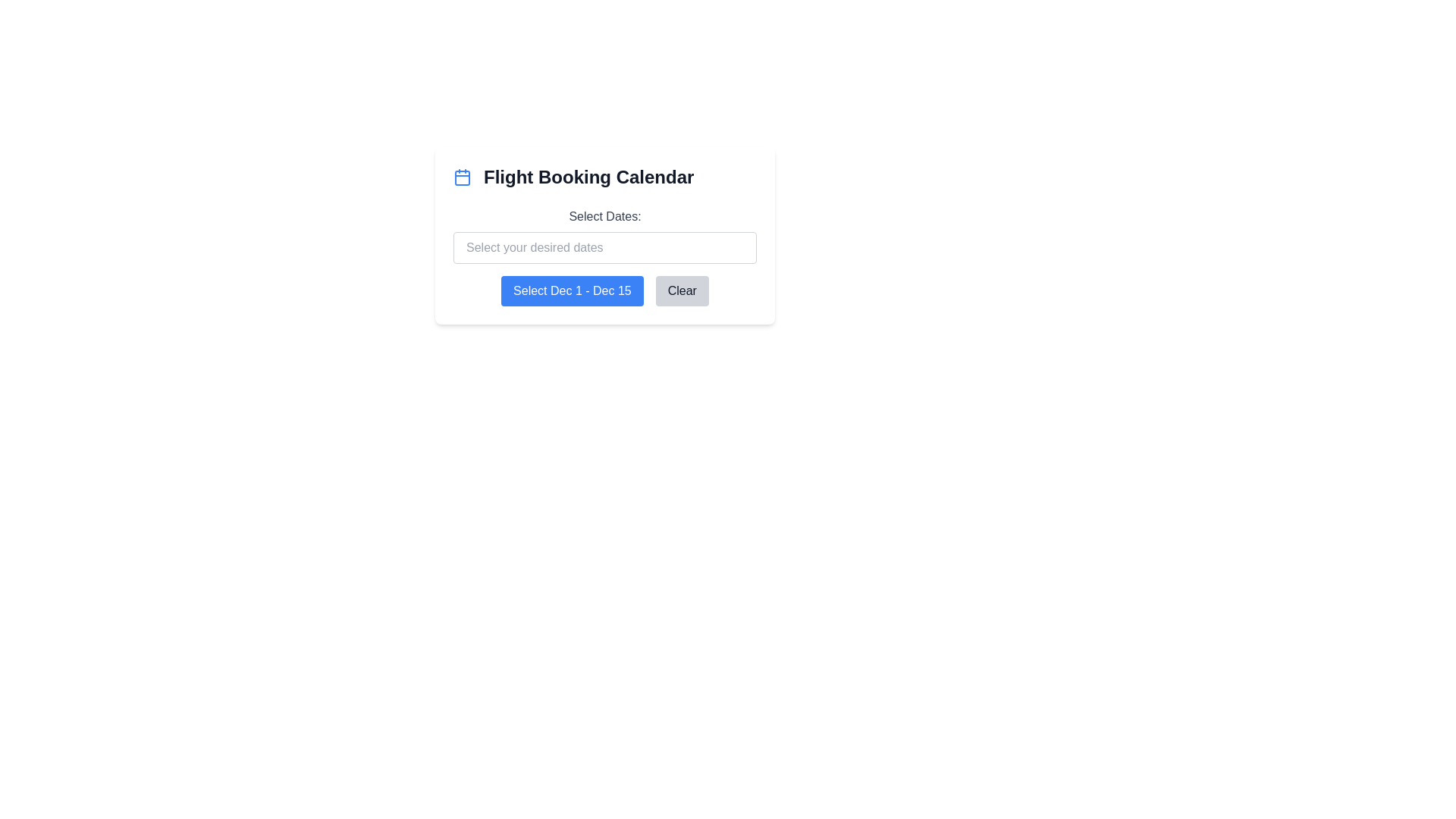  Describe the element at coordinates (681, 291) in the screenshot. I see `the 'Clear' button, which is a rectangular button with rounded corners, light gray background and dark gray text, located to the right of the 'Select Dec 1 - Dec 15' button` at that location.